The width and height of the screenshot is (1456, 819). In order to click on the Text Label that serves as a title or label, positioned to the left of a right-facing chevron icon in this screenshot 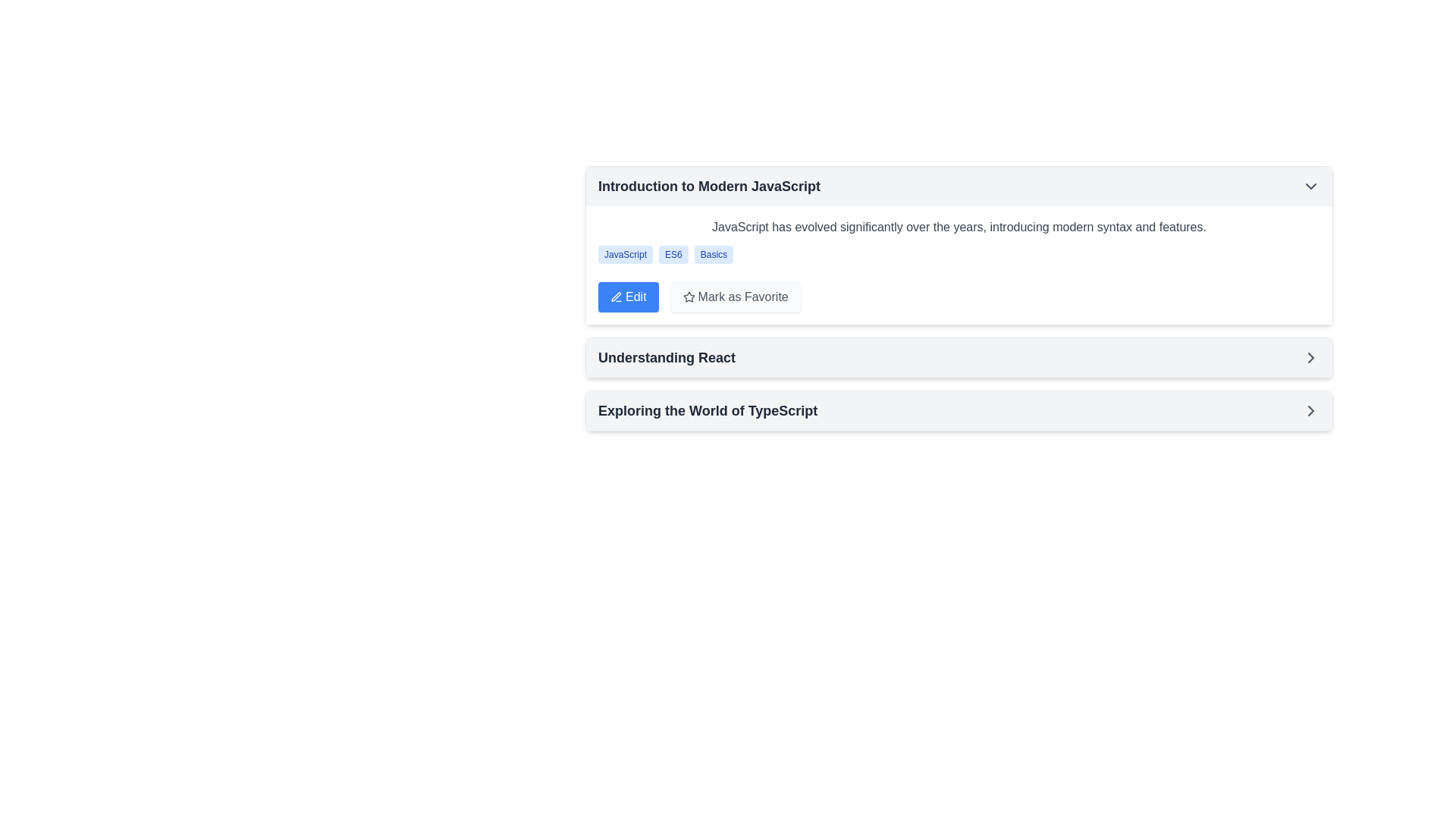, I will do `click(667, 357)`.